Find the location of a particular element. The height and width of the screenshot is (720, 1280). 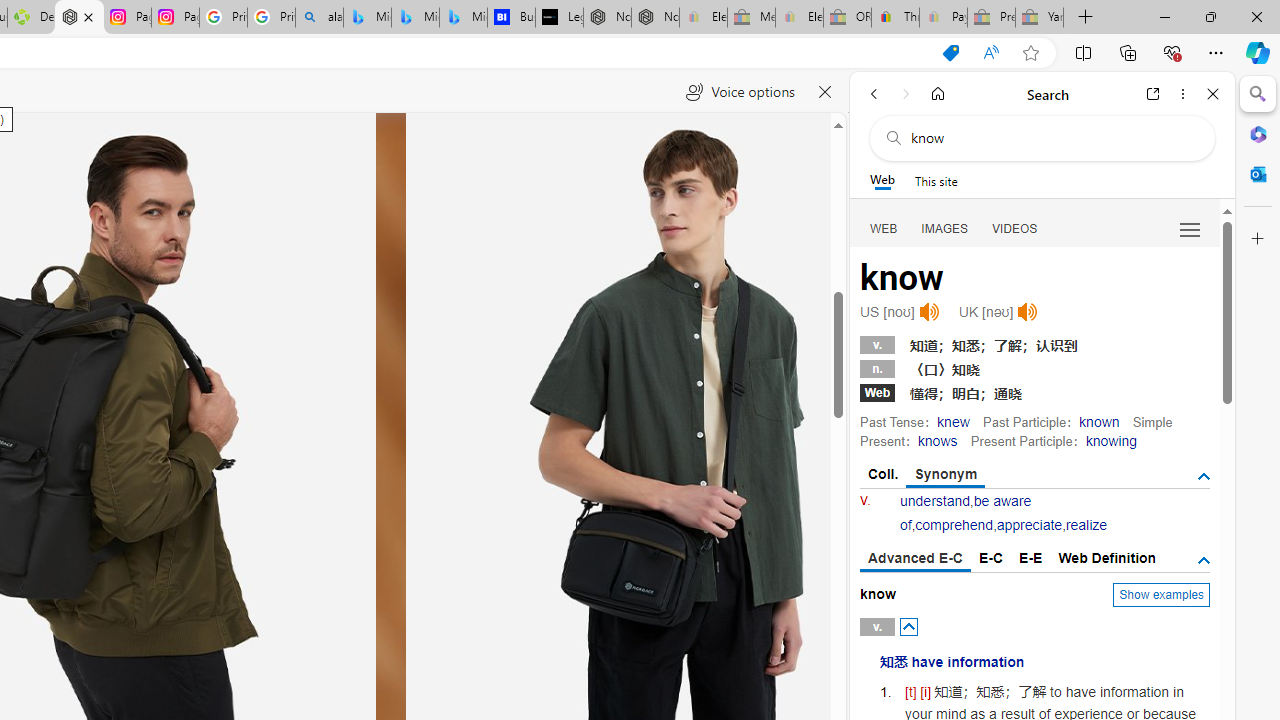

'This site has coupons! Shopping in Microsoft Edge' is located at coordinates (950, 52).